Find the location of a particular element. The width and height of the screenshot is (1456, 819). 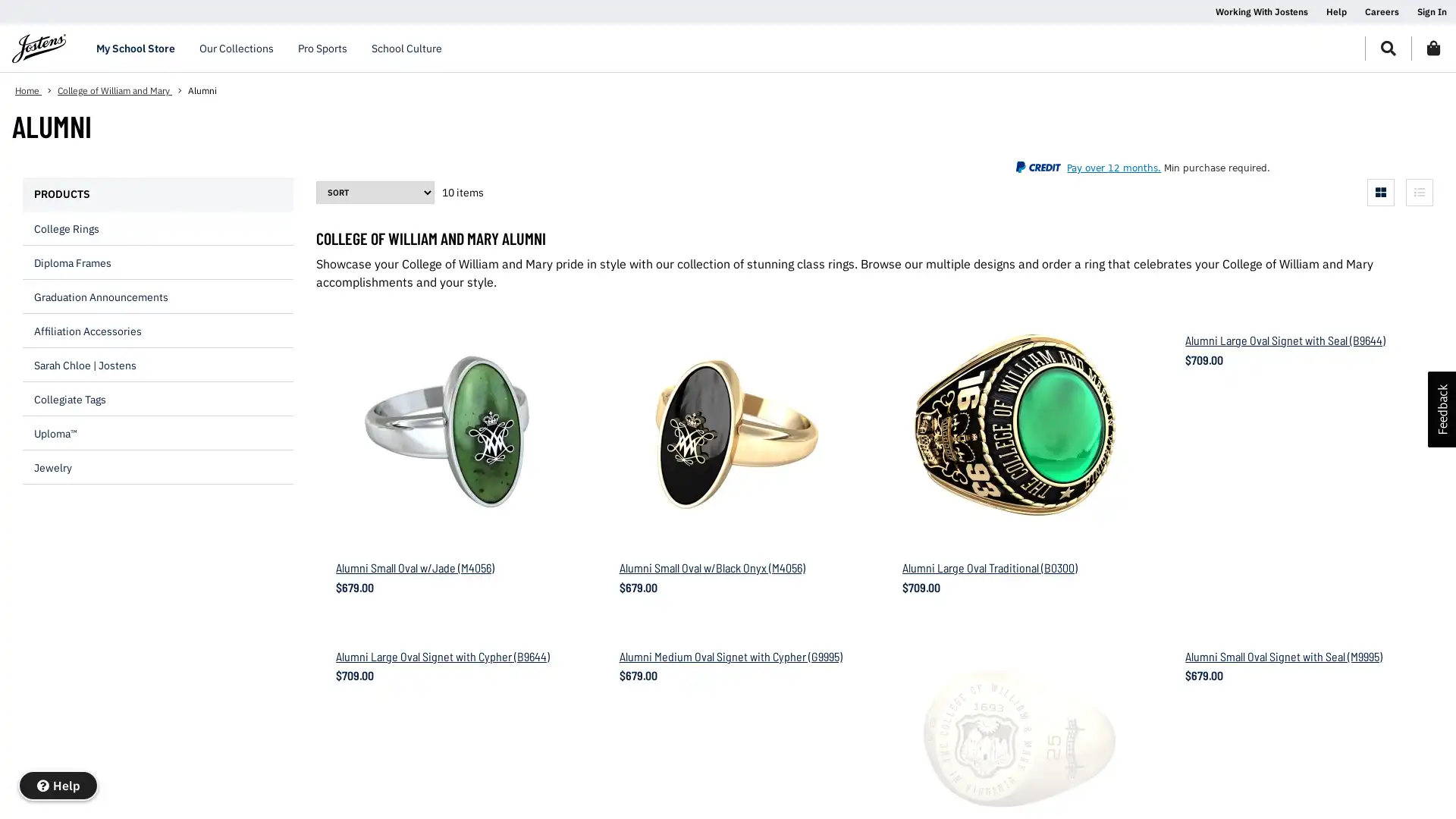

My School Store is located at coordinates (135, 48).